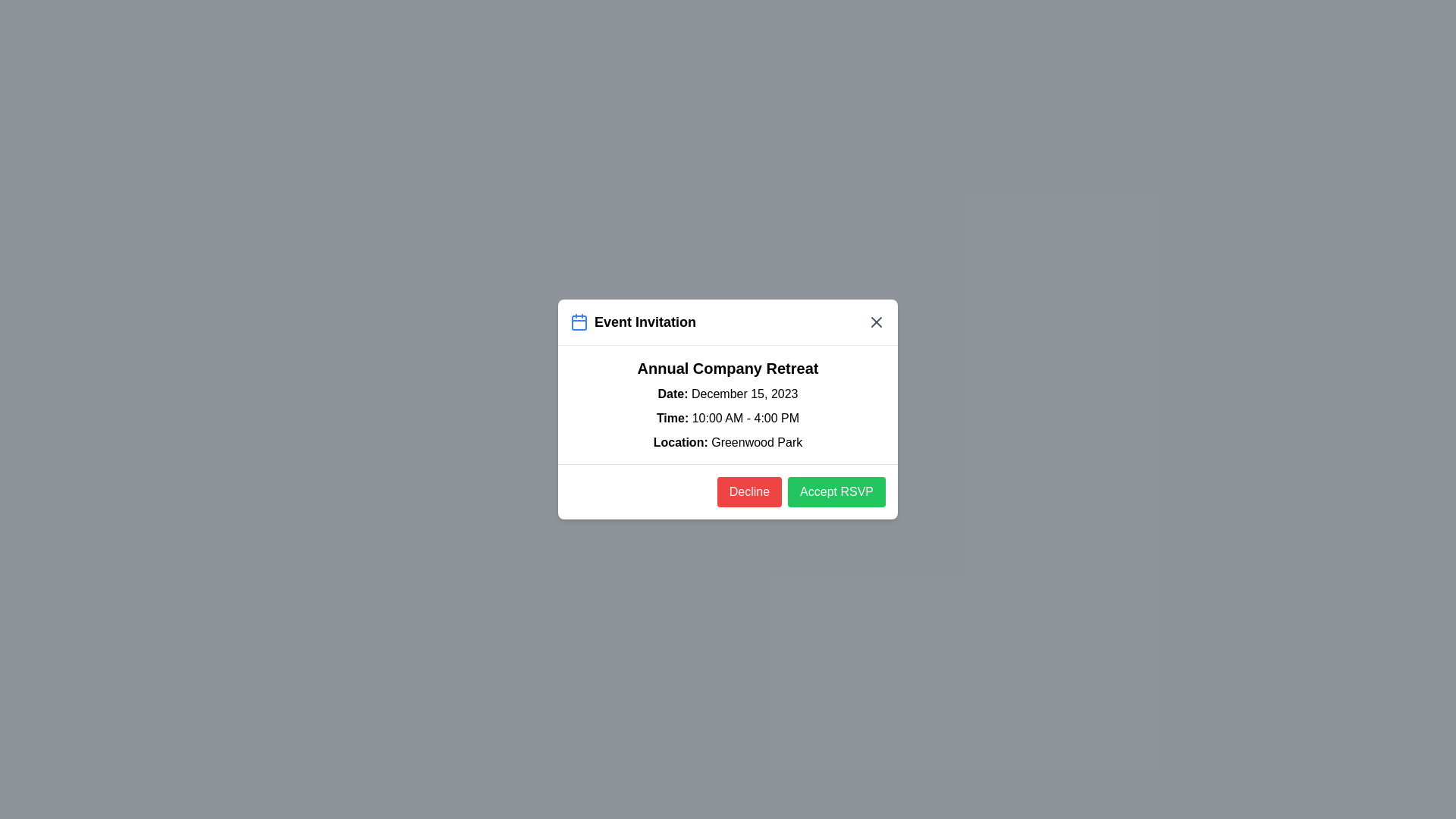 The image size is (1456, 819). What do you see at coordinates (578, 322) in the screenshot?
I see `the rounded rectangle shape within the calendar icon located to the left of the 'Event Invitation' title in the modal window` at bounding box center [578, 322].